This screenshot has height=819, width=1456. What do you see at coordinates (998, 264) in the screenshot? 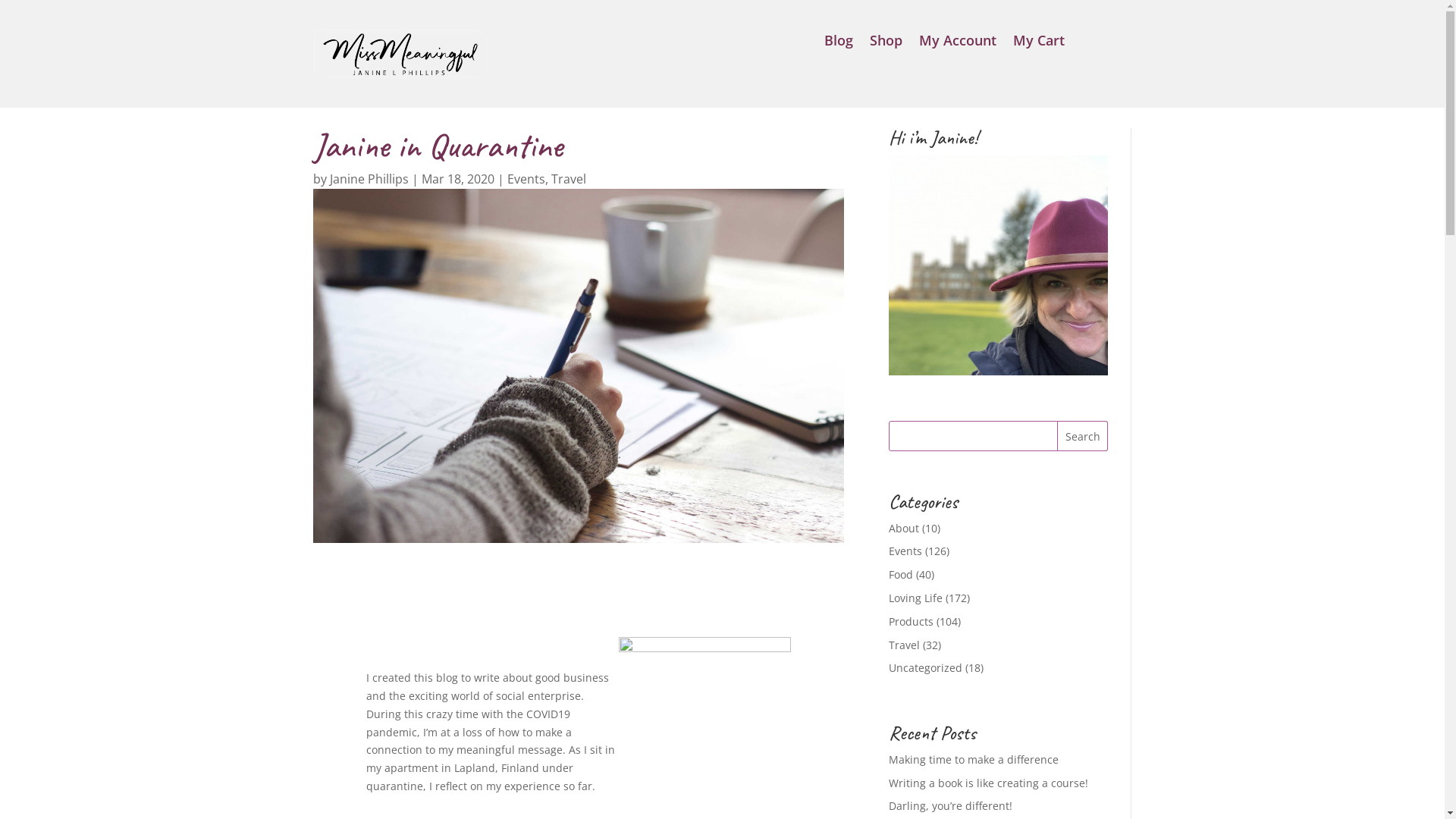
I see `'Hi i'm Janine!'` at bounding box center [998, 264].